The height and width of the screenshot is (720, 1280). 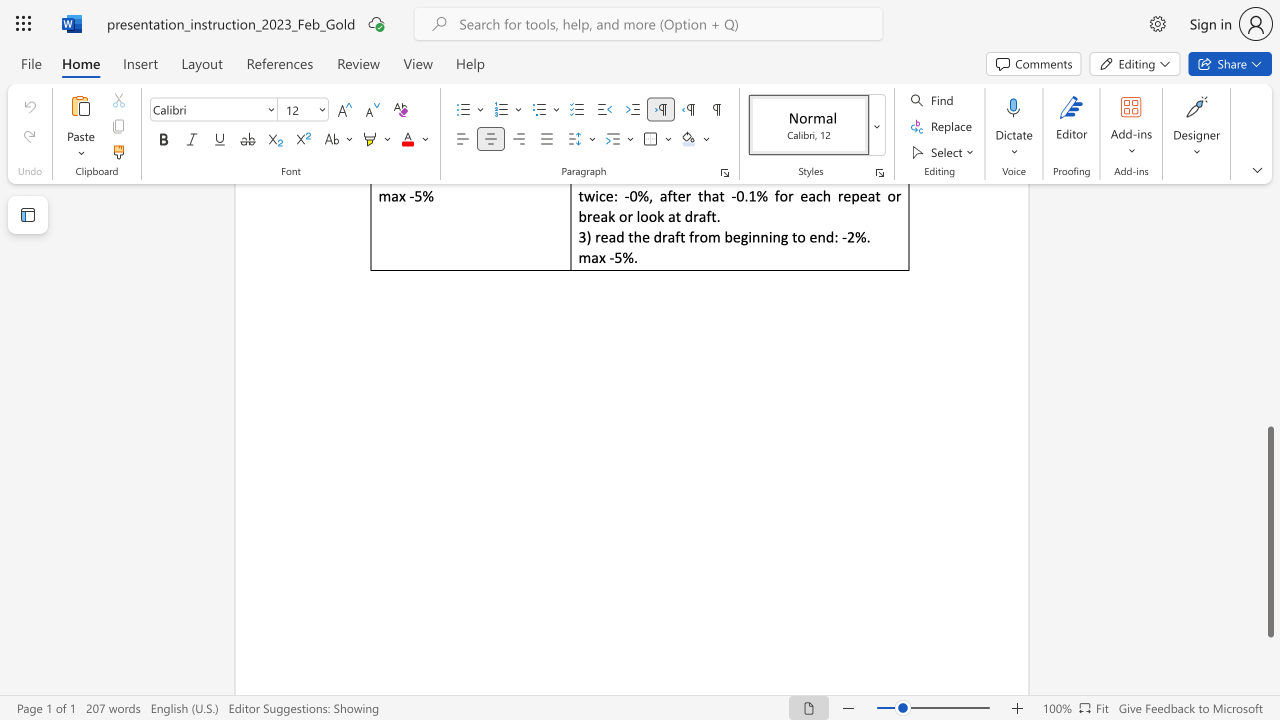 I want to click on the scrollbar to move the content higher, so click(x=1269, y=220).